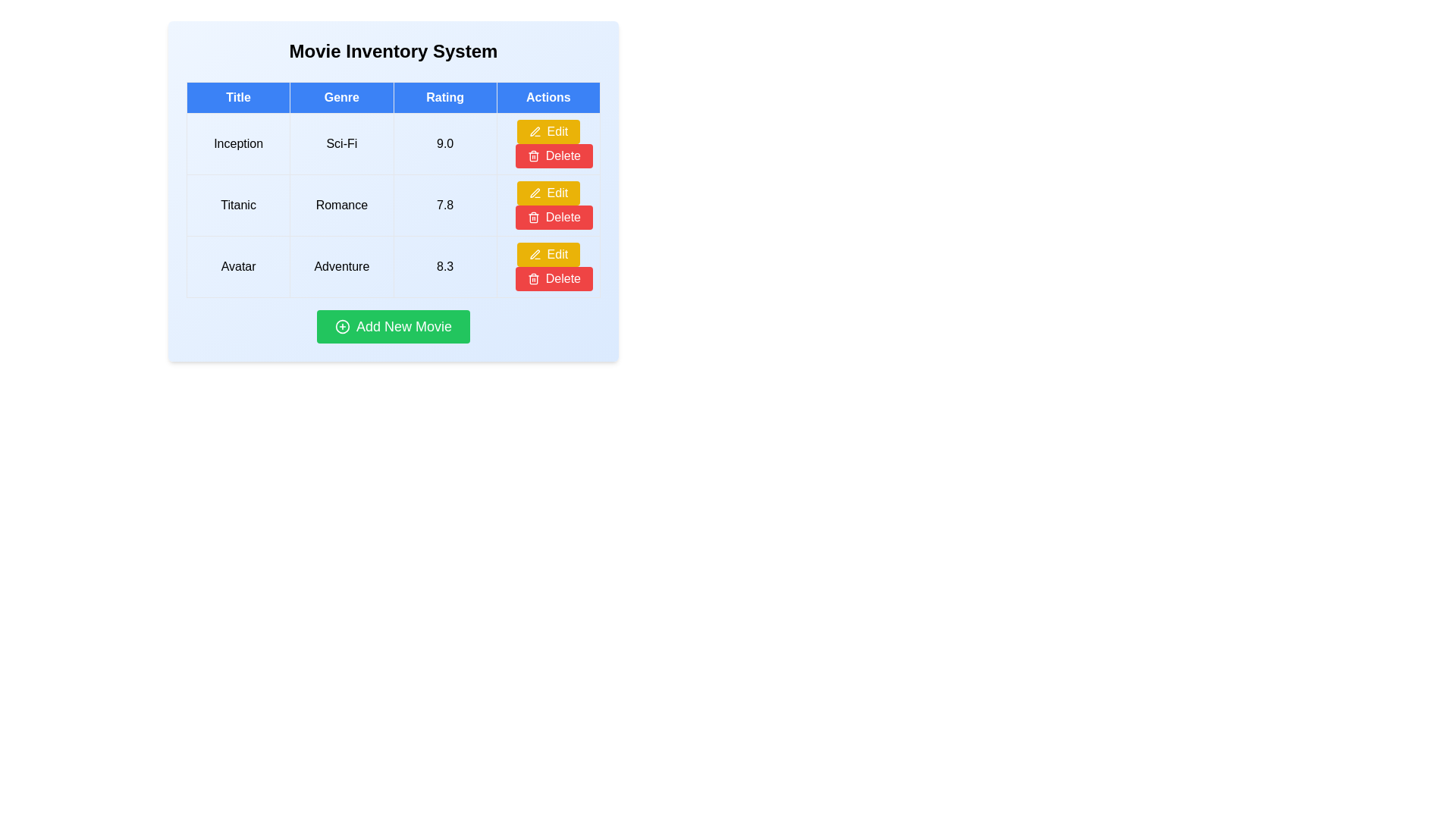  Describe the element at coordinates (237, 97) in the screenshot. I see `text 'Title' from the table header cell, which has a blue background and white bold text, indicating the purpose of the column` at that location.